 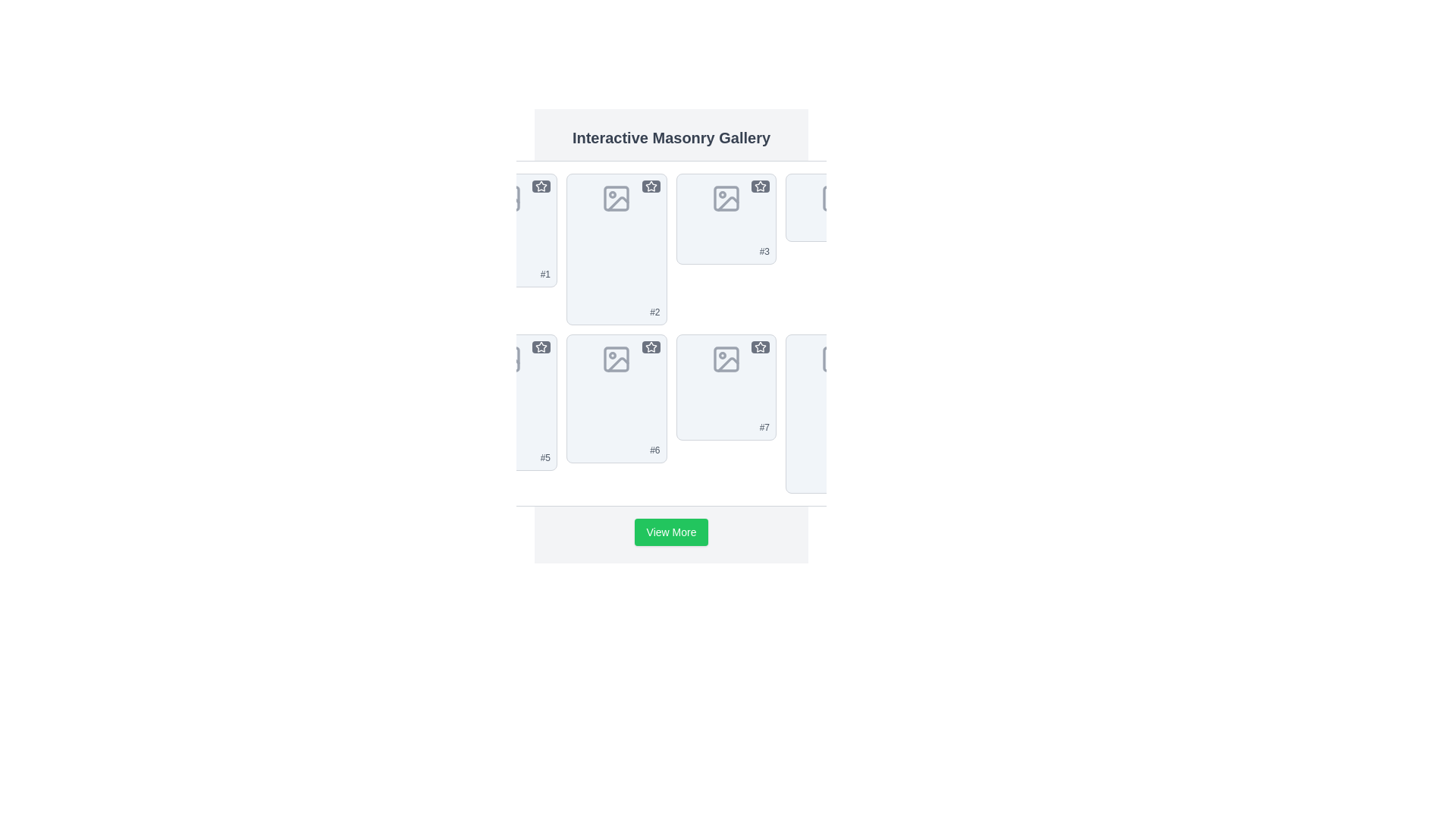 What do you see at coordinates (761, 347) in the screenshot?
I see `the star-shaped icon located at the top right corner of card #7 in the UI design` at bounding box center [761, 347].